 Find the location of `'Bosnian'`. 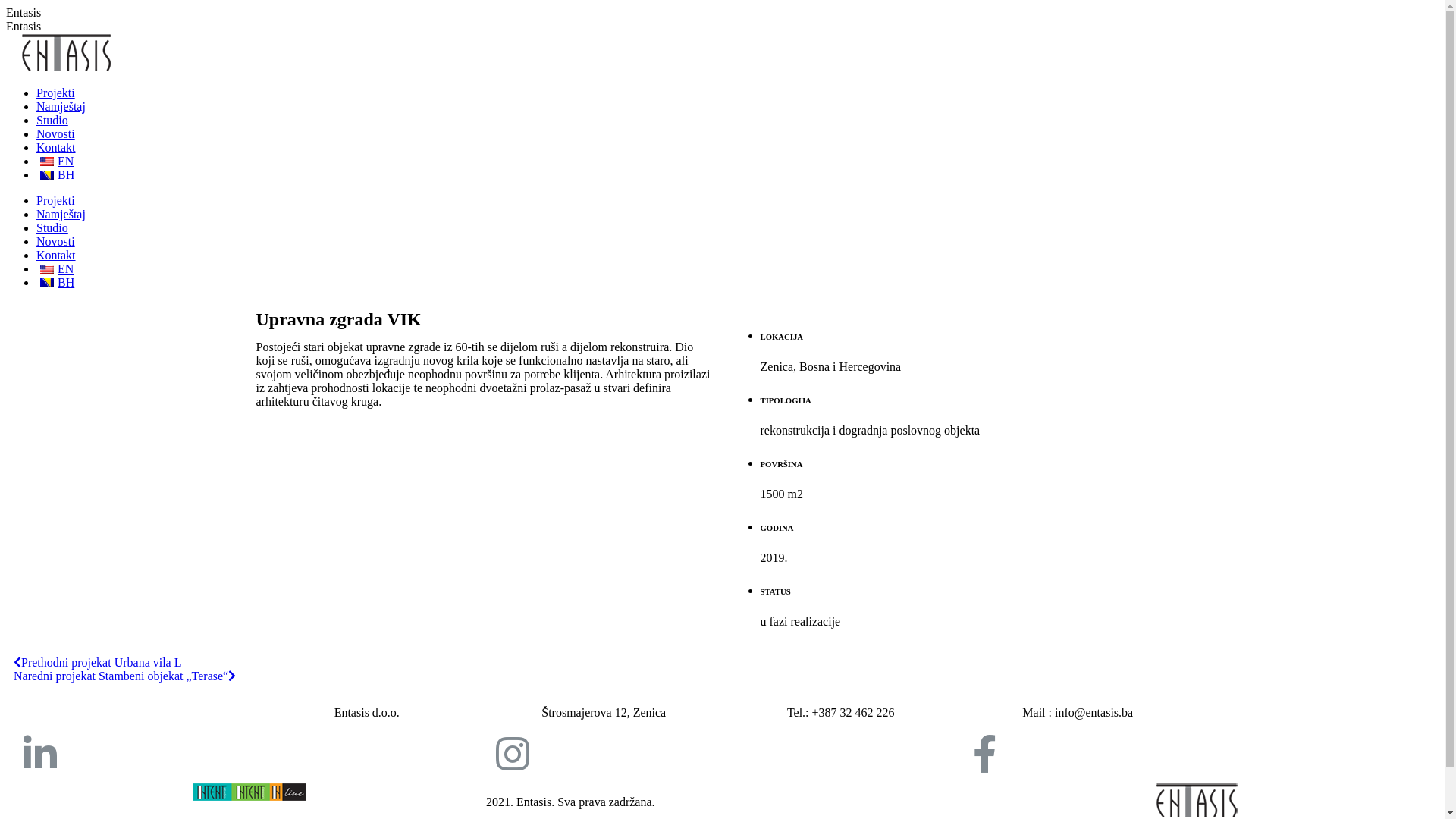

'Bosnian' is located at coordinates (39, 174).